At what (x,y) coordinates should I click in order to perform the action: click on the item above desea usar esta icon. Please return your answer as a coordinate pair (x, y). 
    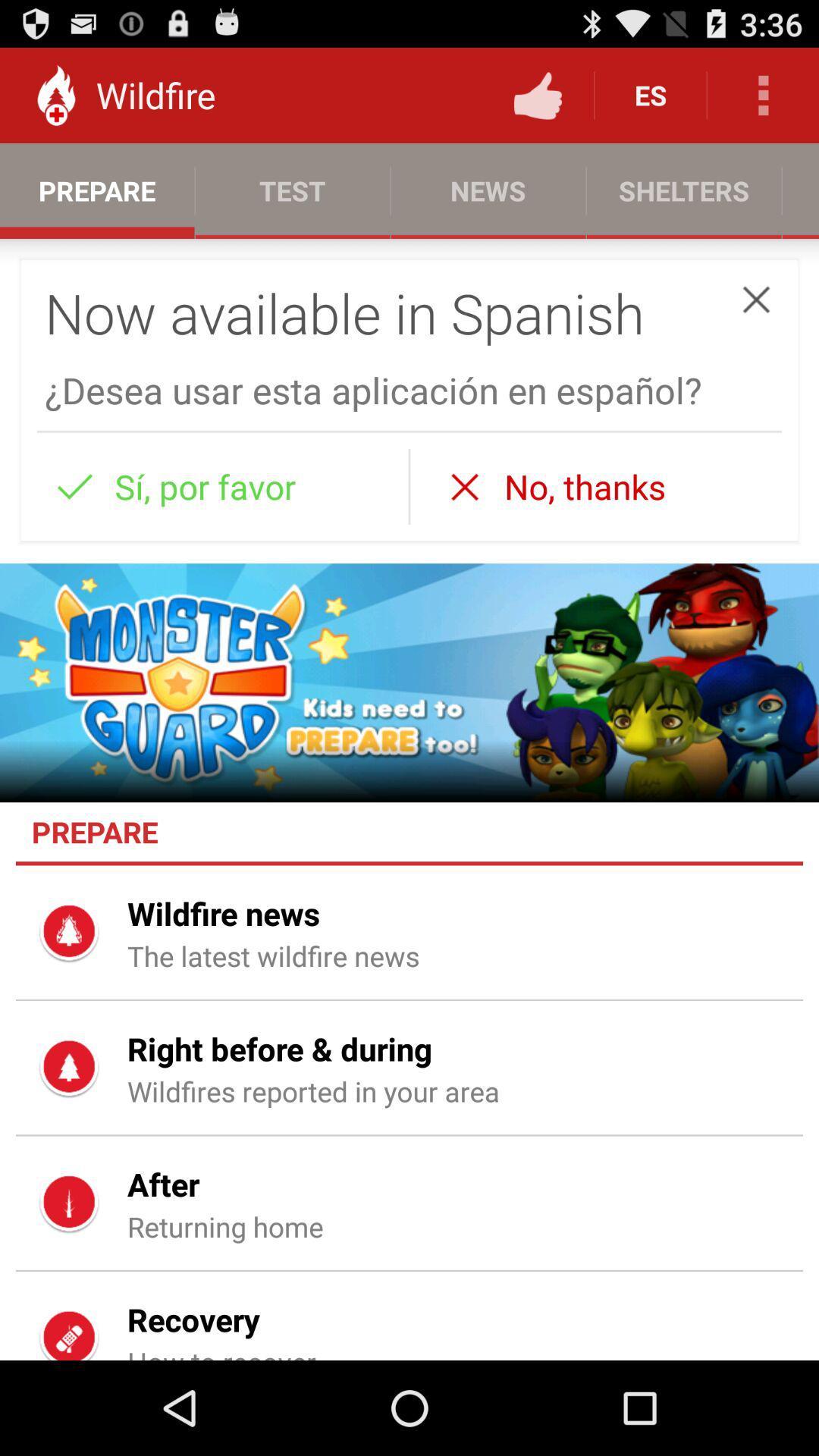
    Looking at the image, I should click on (756, 300).